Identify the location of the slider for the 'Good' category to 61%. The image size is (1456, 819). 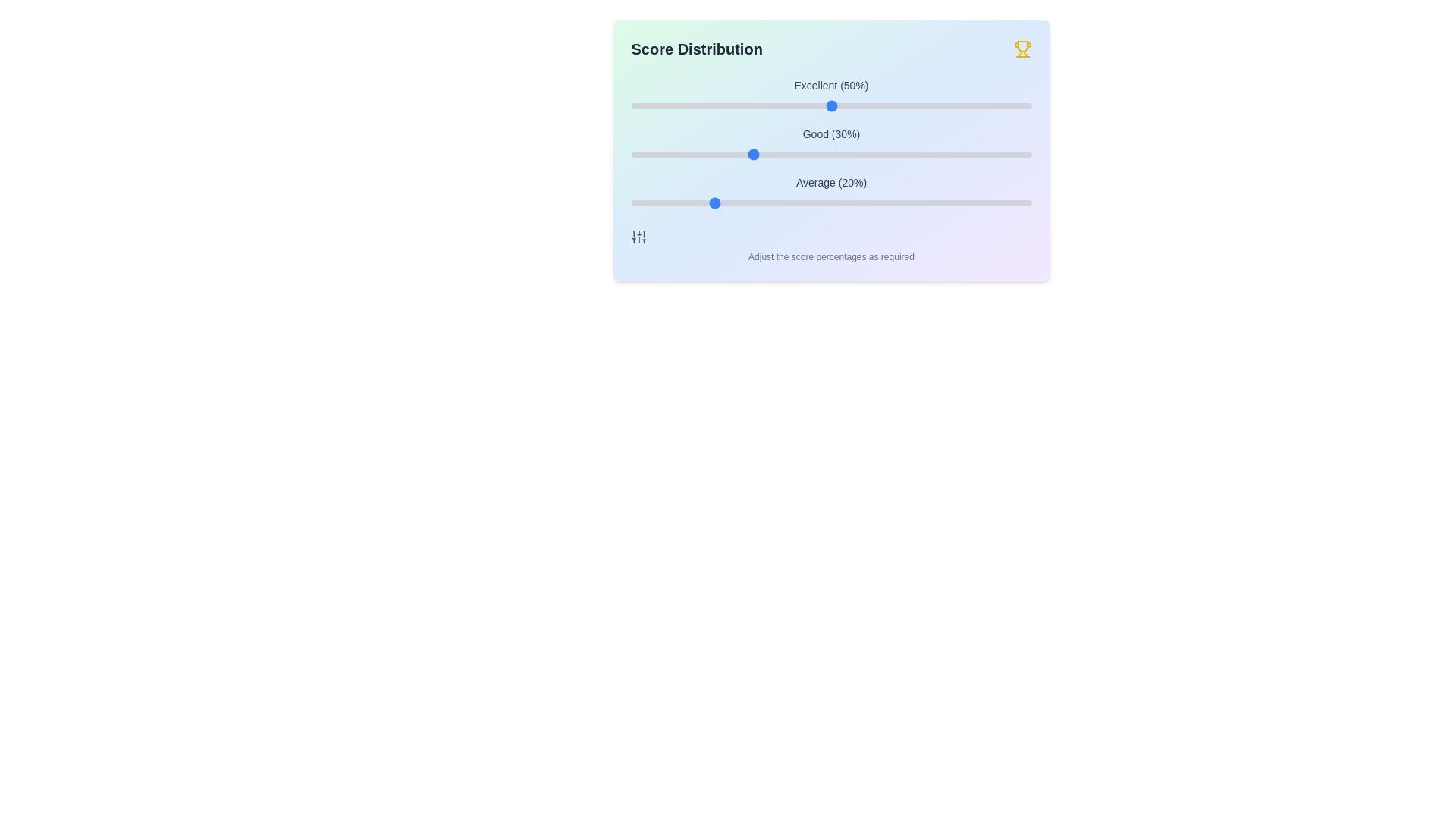
(875, 155).